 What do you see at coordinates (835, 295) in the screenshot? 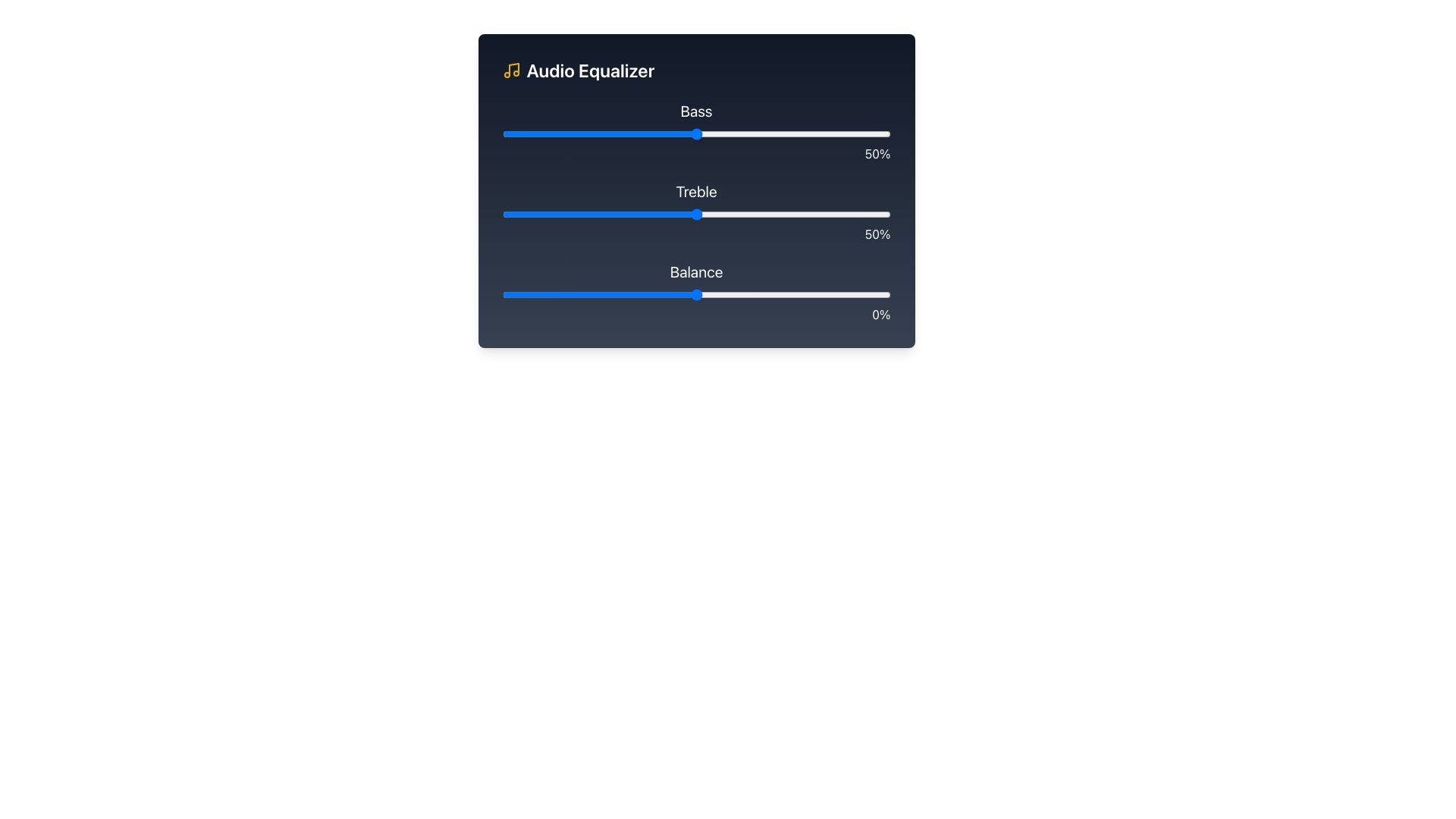
I see `balance` at bounding box center [835, 295].